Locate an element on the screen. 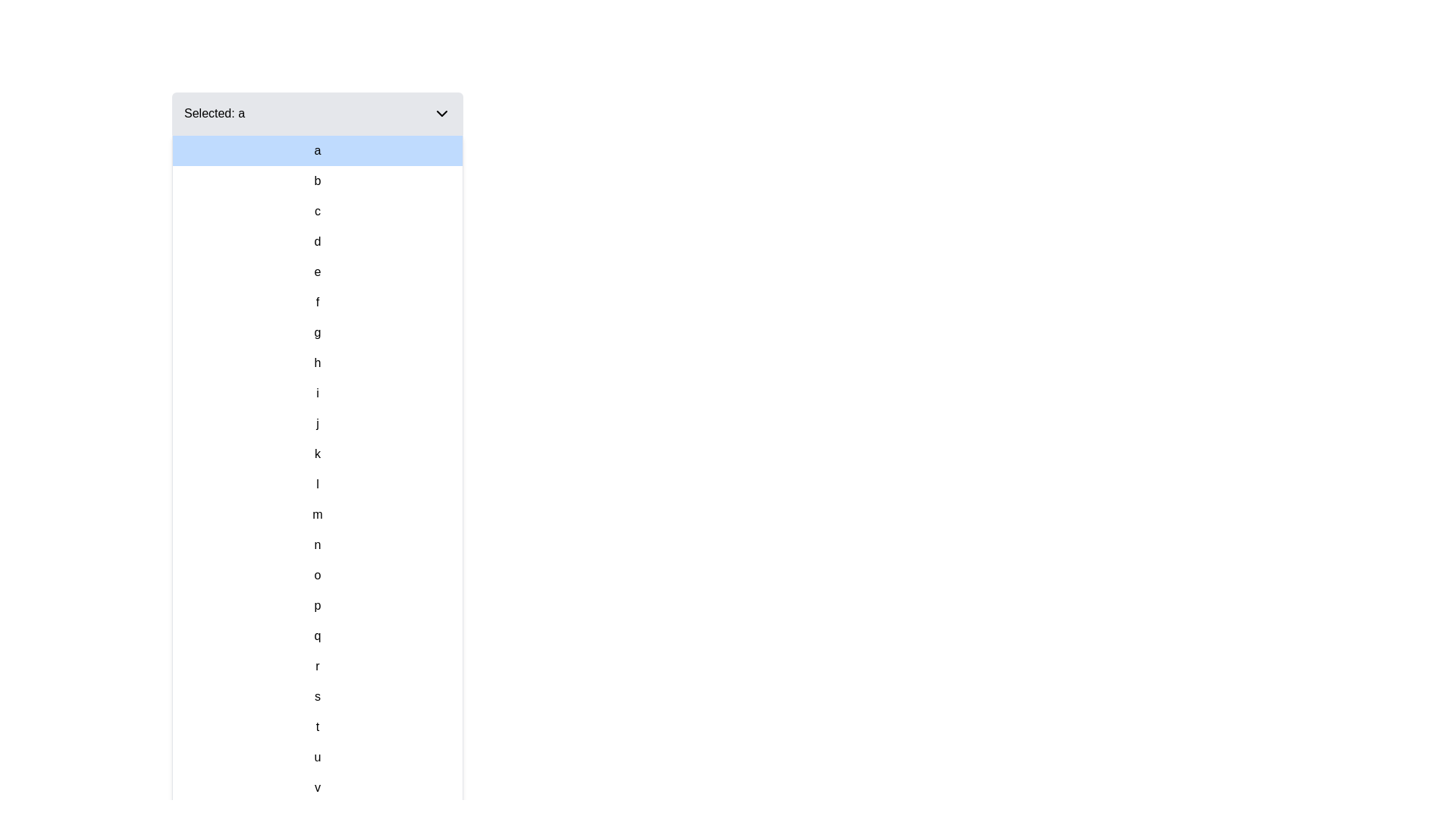 This screenshot has width=1456, height=819. the text element 't' in the vertically ordered list of letters is located at coordinates (316, 726).